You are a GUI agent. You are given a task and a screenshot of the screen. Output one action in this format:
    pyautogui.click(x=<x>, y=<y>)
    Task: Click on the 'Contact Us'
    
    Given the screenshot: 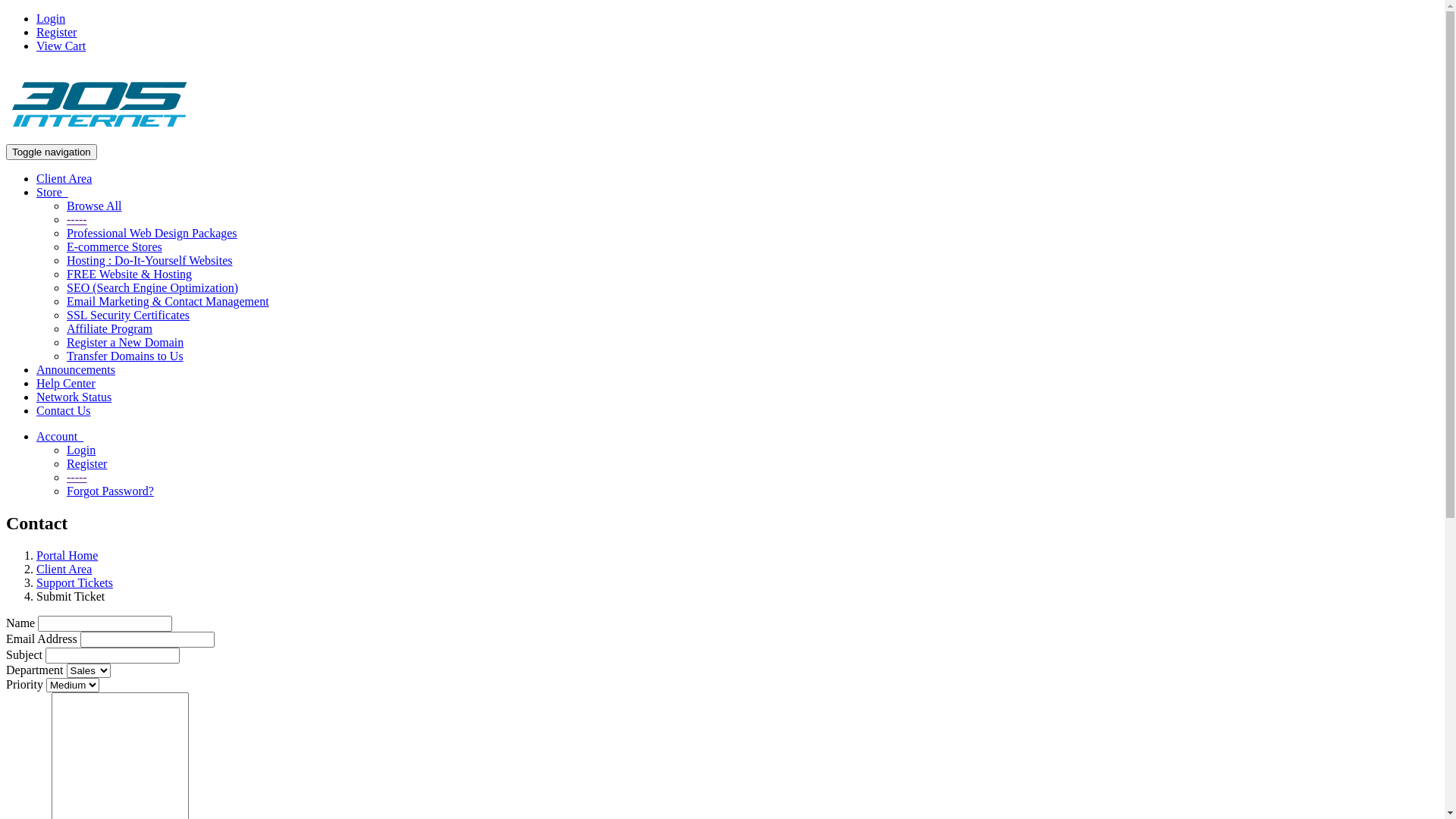 What is the action you would take?
    pyautogui.click(x=36, y=410)
    